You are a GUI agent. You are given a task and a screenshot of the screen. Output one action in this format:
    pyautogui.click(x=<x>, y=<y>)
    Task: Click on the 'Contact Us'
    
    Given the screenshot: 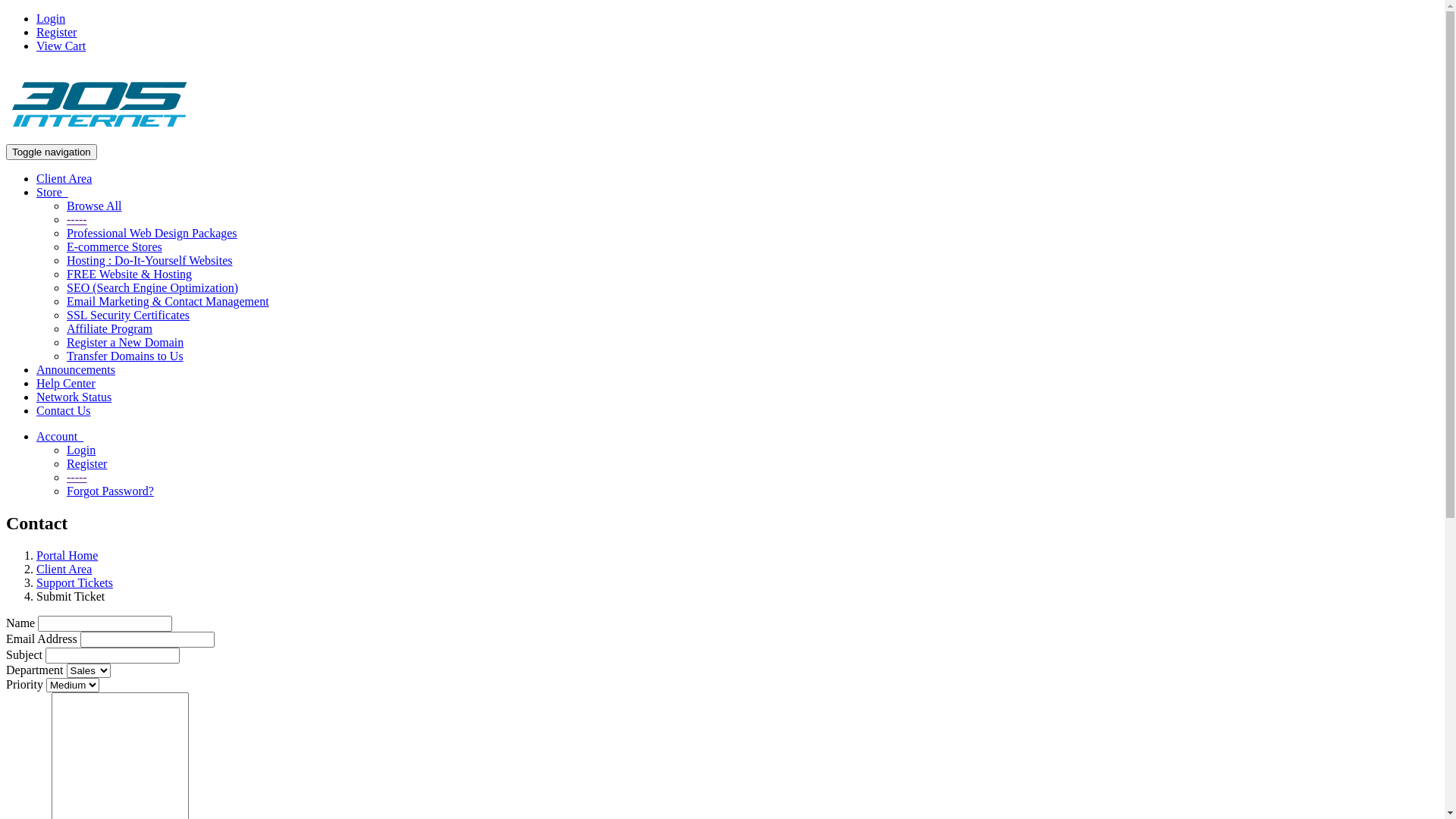 What is the action you would take?
    pyautogui.click(x=36, y=410)
    